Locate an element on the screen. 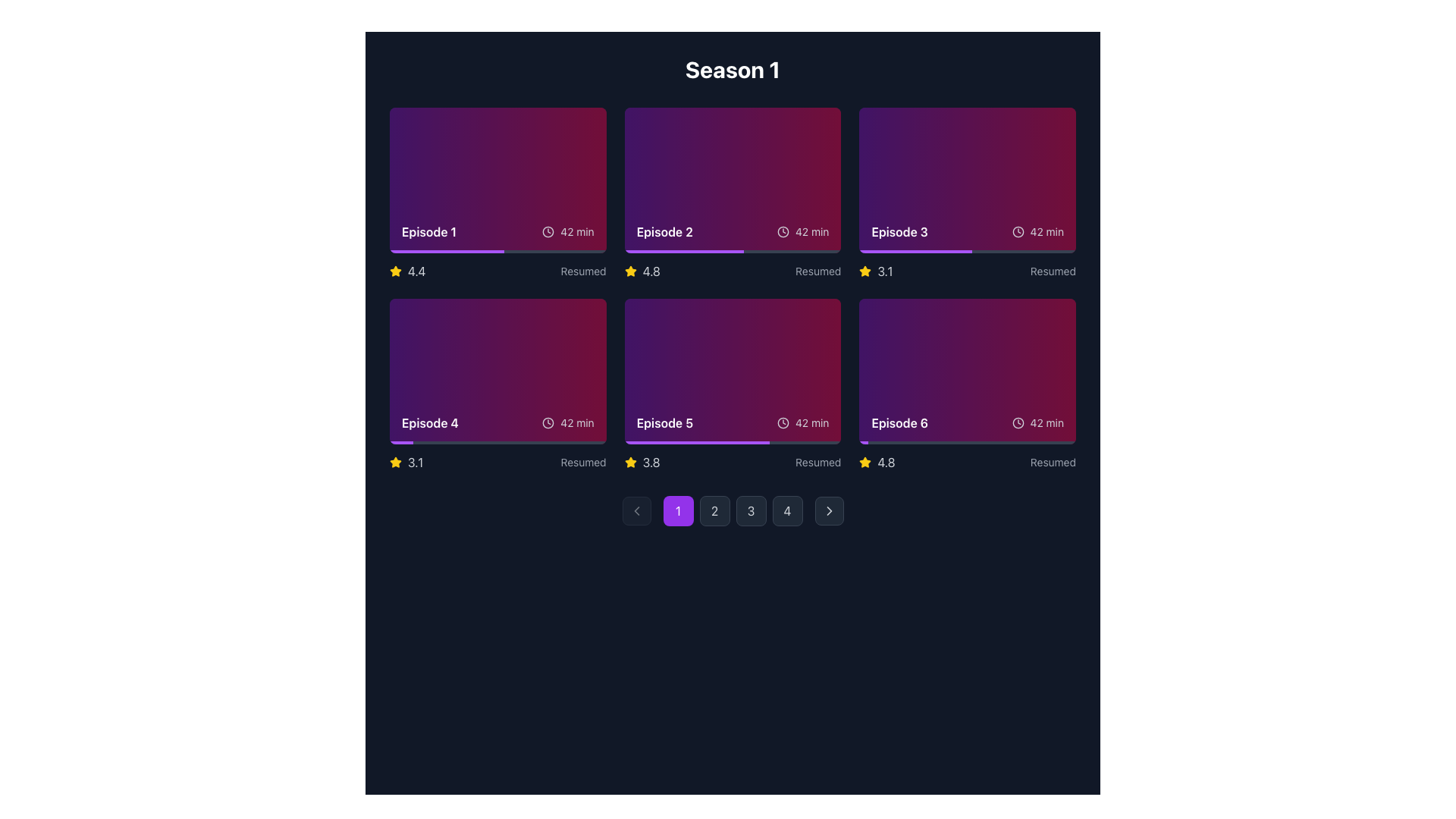 This screenshot has height=819, width=1456. text from the duration label beside the 'Episode 3' text label located in the top right of the Episode 3 tile is located at coordinates (1037, 231).